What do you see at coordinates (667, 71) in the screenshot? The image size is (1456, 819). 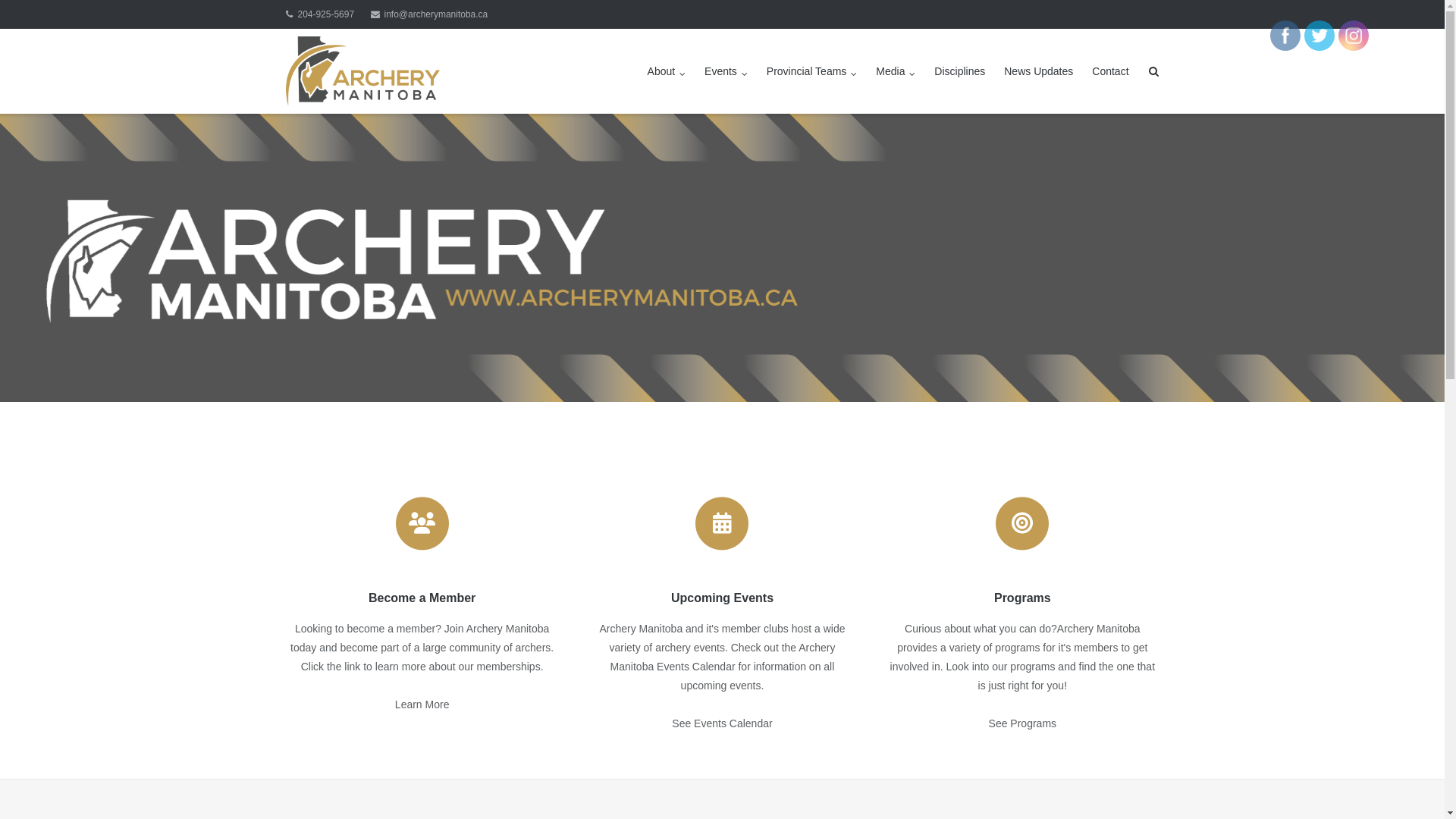 I see `'About'` at bounding box center [667, 71].